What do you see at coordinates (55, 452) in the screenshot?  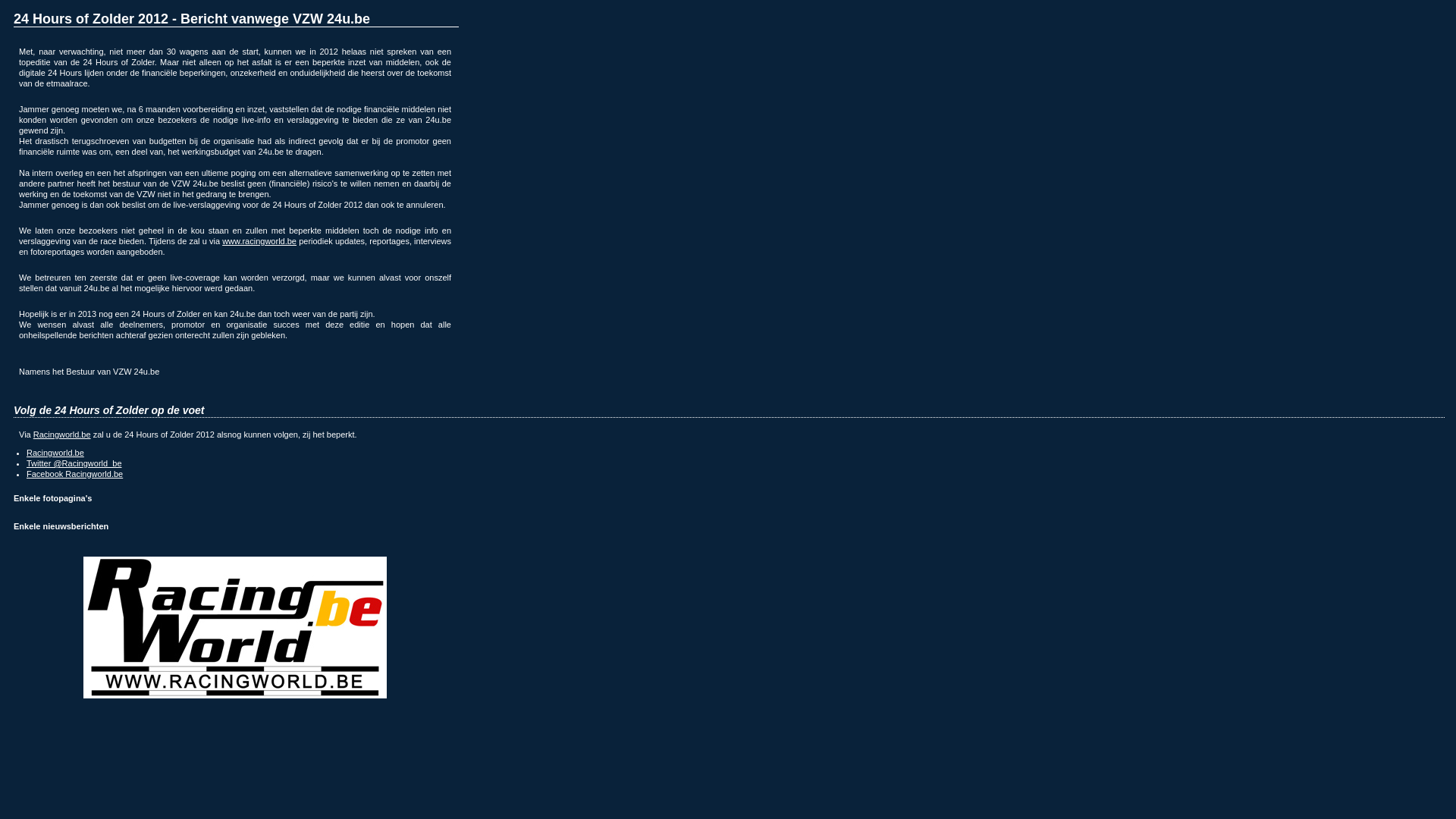 I see `'Racingworld.be'` at bounding box center [55, 452].